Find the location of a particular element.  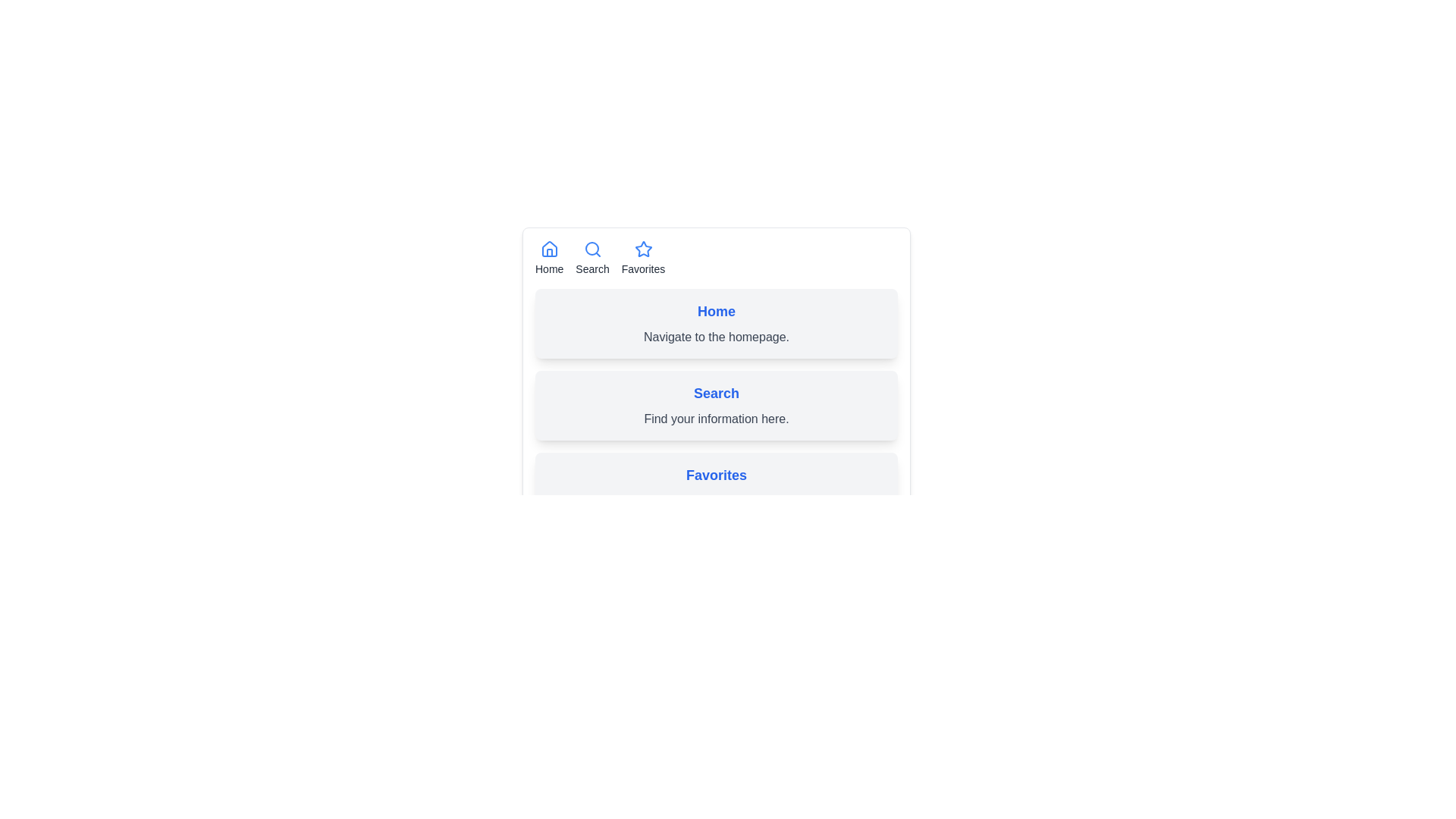

text content of the 'Favorites' label, which is a bold blue text displayed in a card-like area with rounded corners and a light gray background is located at coordinates (716, 475).